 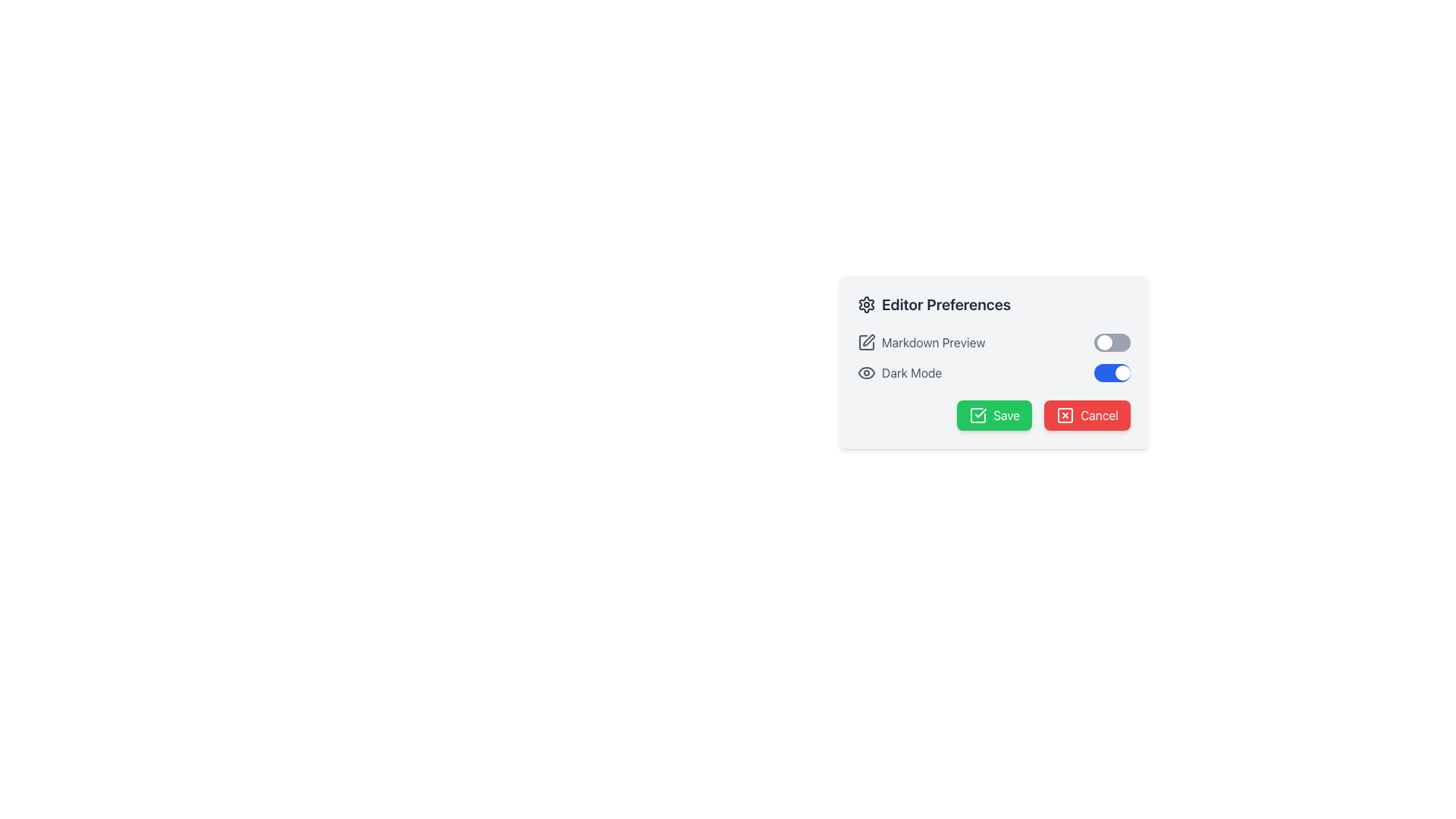 I want to click on the circular white Toggle Switch Knob located on the right side of the blue toggle switch in the 'on' state adjacent to the 'Dark Mode' label in the 'Editor Preferences' settings dialog, so click(x=1123, y=373).